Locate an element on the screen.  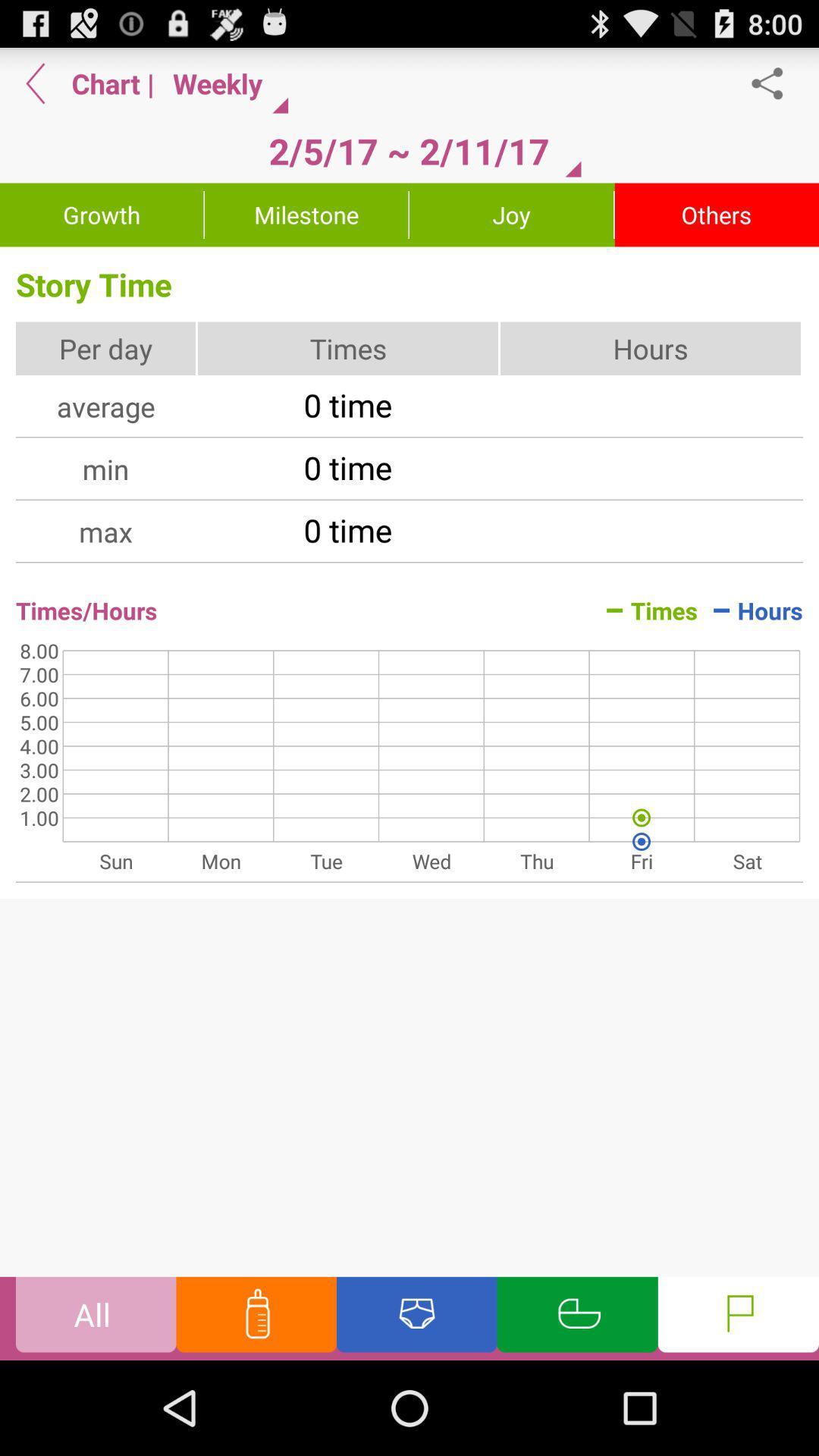
diaper change is located at coordinates (416, 1317).